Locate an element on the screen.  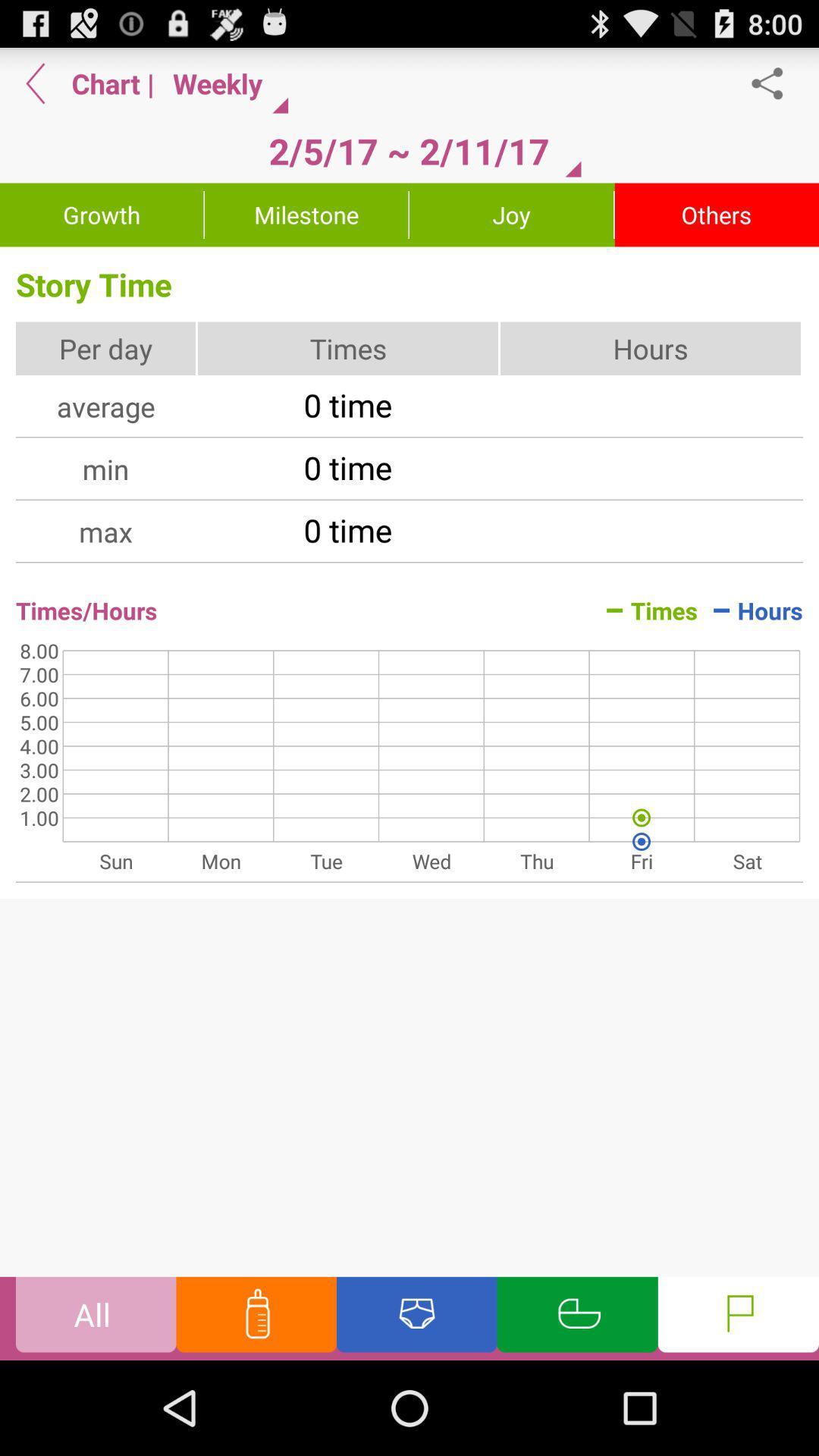
diaper change is located at coordinates (416, 1317).